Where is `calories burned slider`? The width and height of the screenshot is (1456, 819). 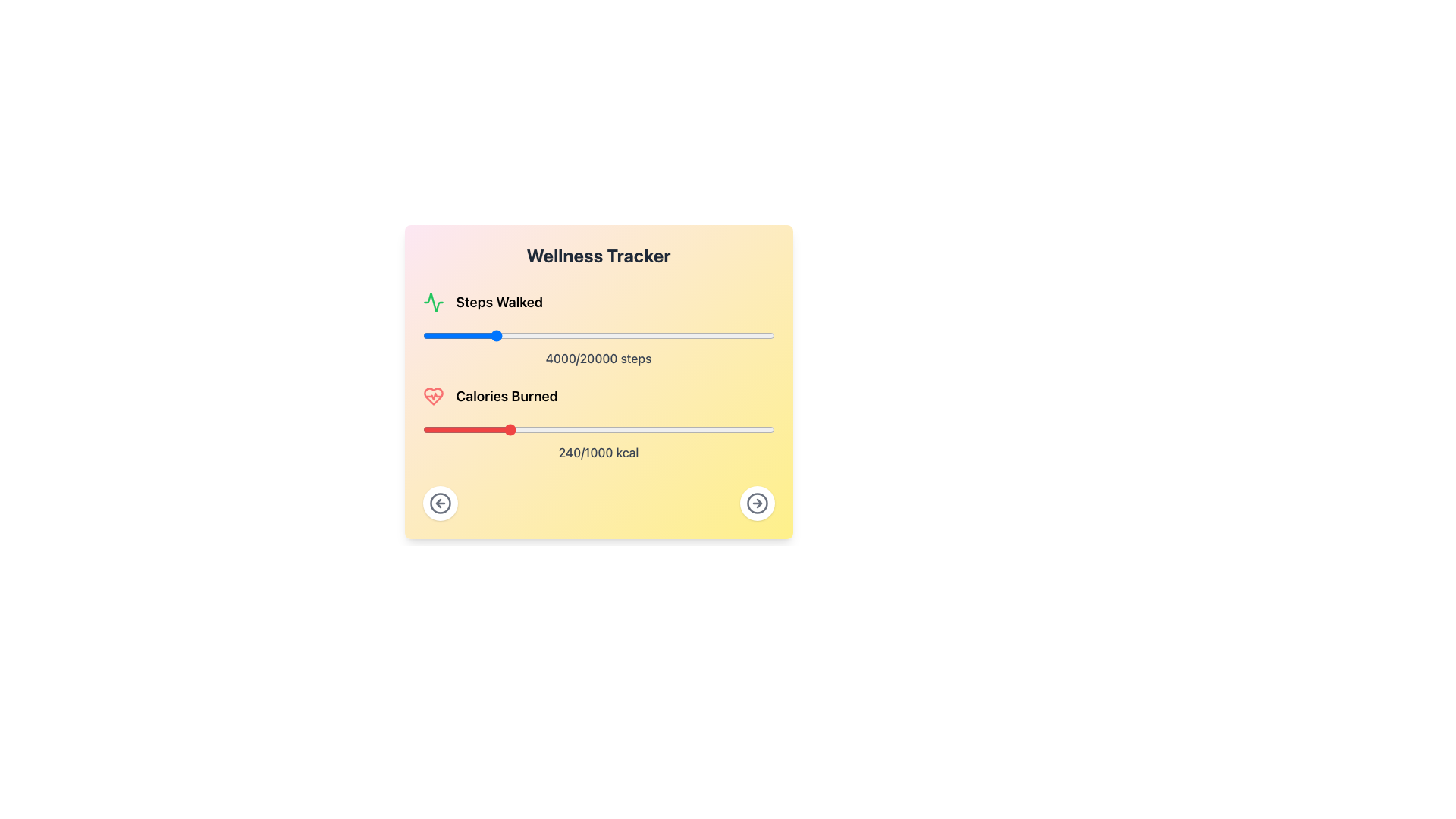
calories burned slider is located at coordinates (479, 430).